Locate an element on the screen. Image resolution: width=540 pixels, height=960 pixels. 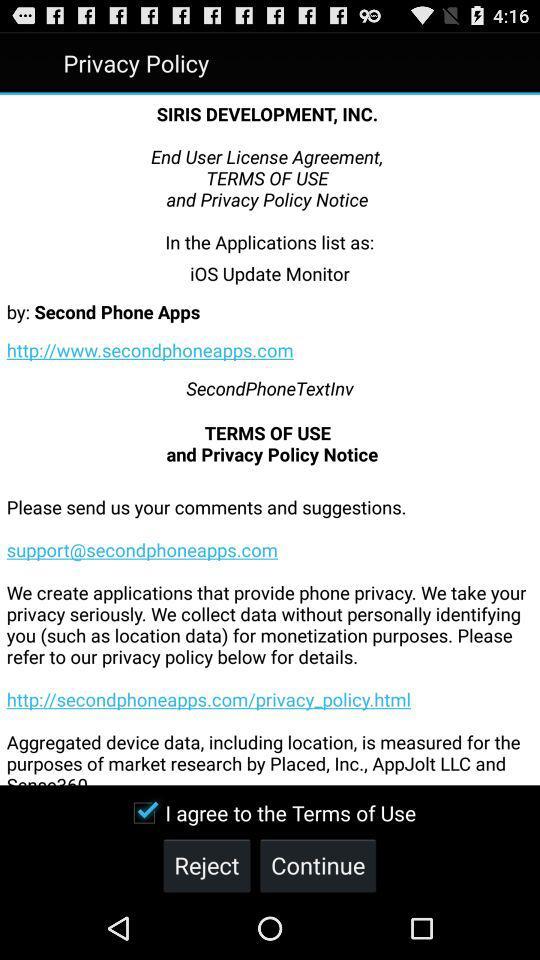
the i agree to checkbox is located at coordinates (269, 813).